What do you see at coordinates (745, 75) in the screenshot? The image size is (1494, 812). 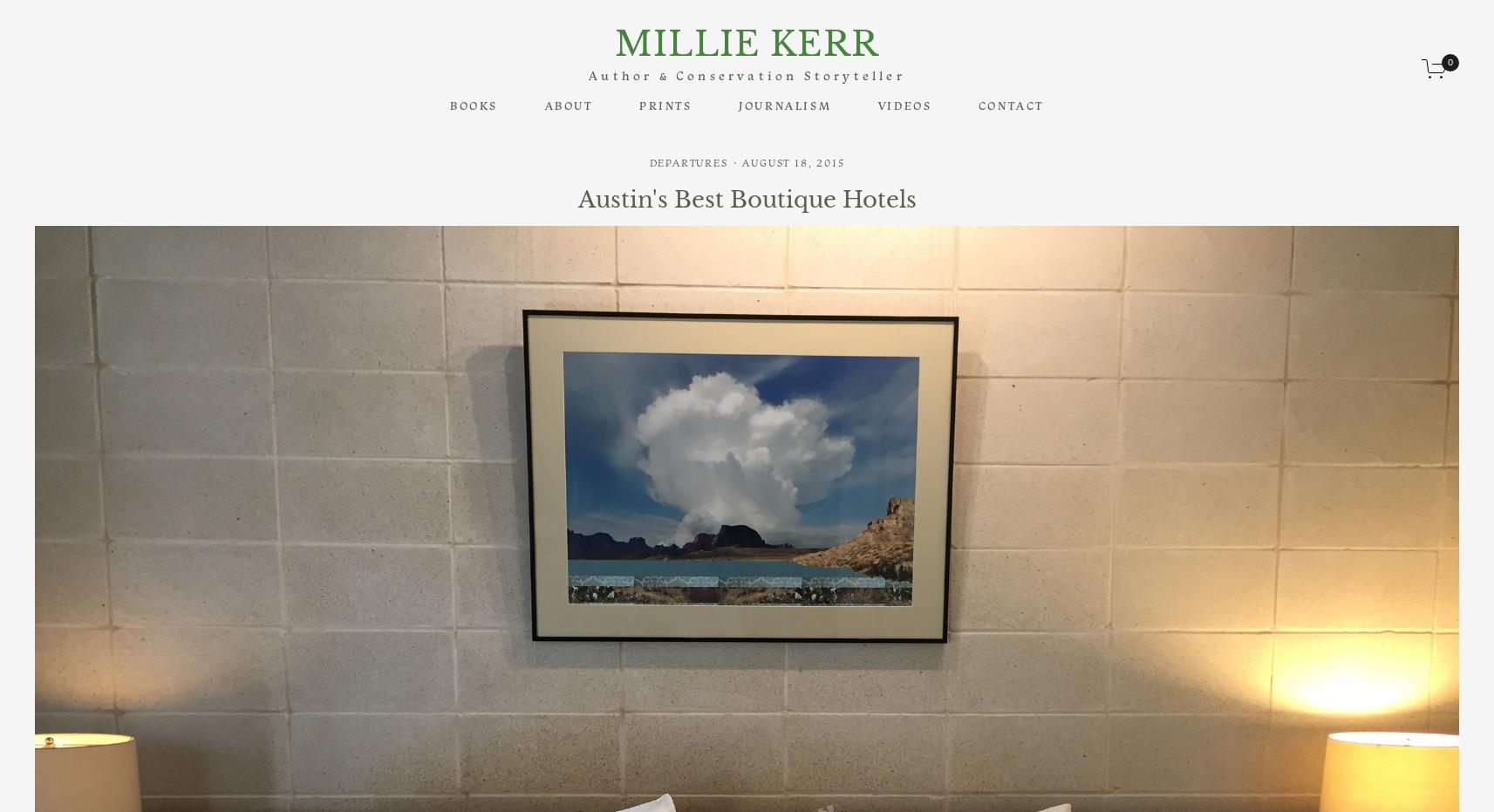 I see `'Author & Conservation Storyteller'` at bounding box center [745, 75].